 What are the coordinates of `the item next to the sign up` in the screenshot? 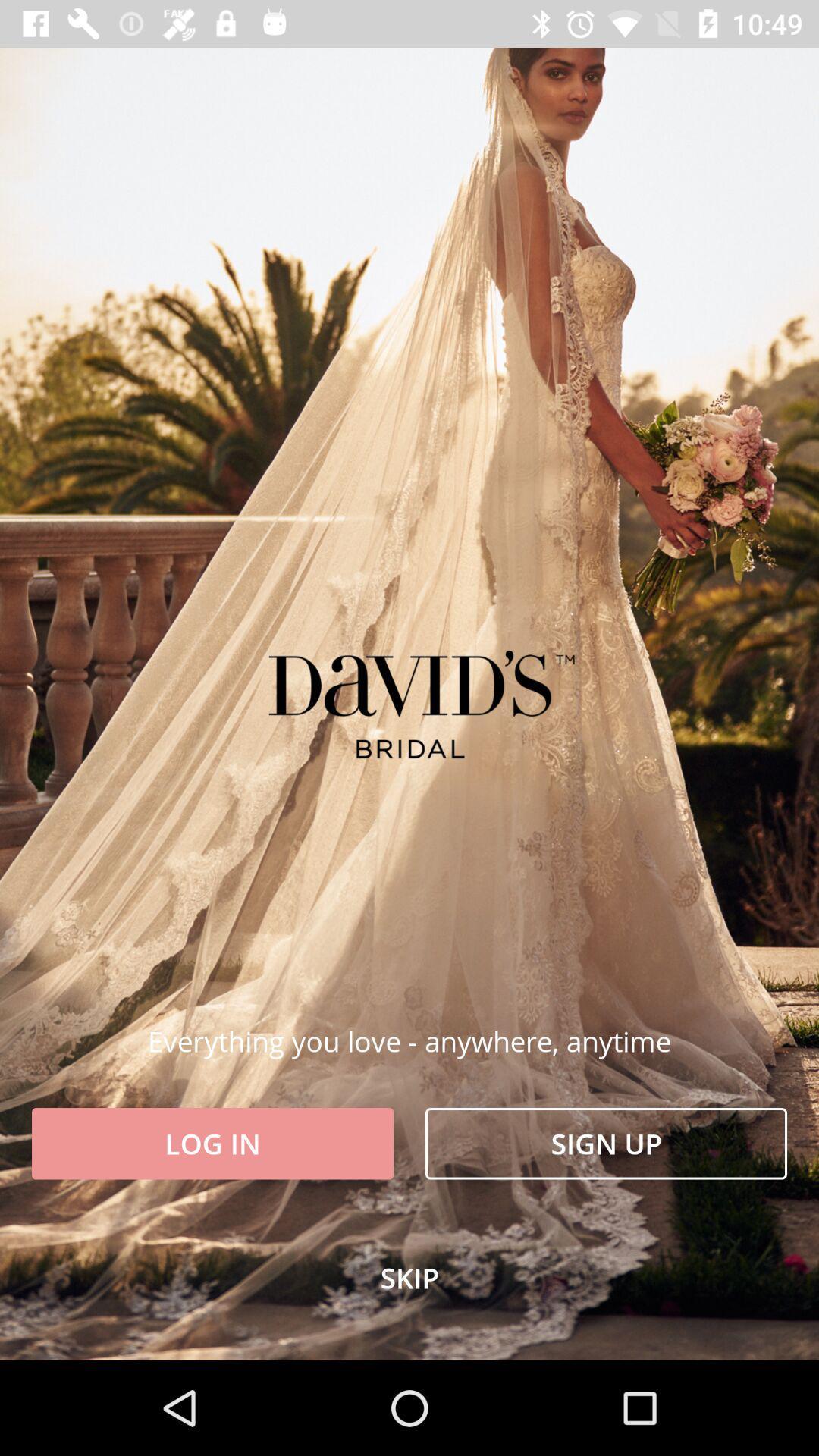 It's located at (212, 1144).